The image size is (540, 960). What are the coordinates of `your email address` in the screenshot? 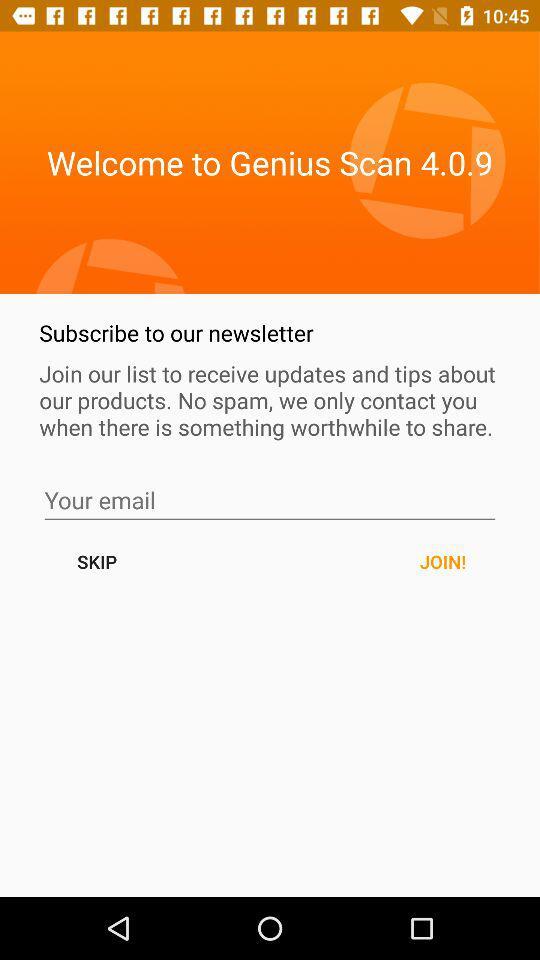 It's located at (270, 499).